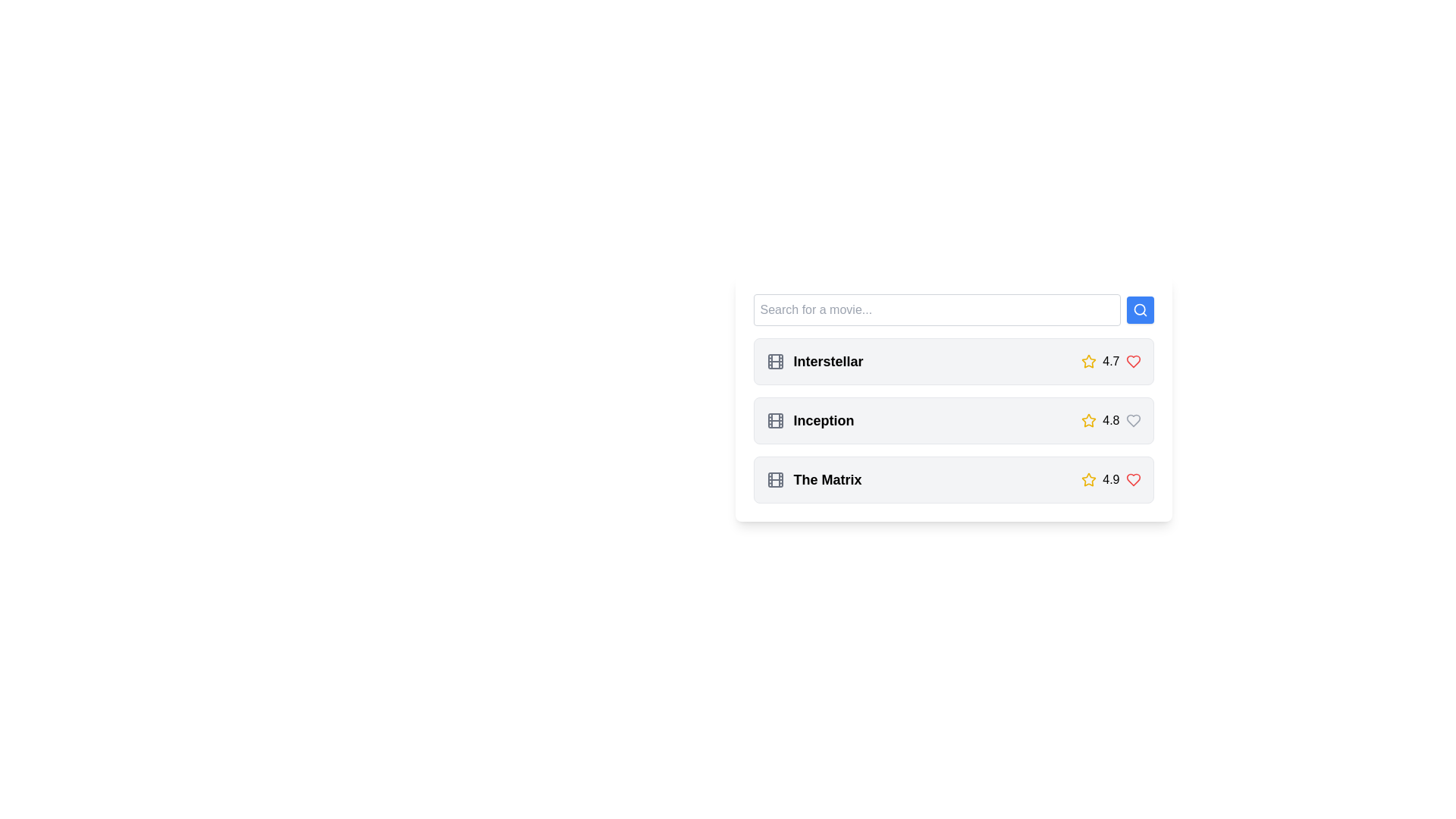  Describe the element at coordinates (814, 362) in the screenshot. I see `the 'Interstellar' movie label, which is the first entry in the vertical list of movies, featuring a bold font and a gray film reel icon to its left` at that location.